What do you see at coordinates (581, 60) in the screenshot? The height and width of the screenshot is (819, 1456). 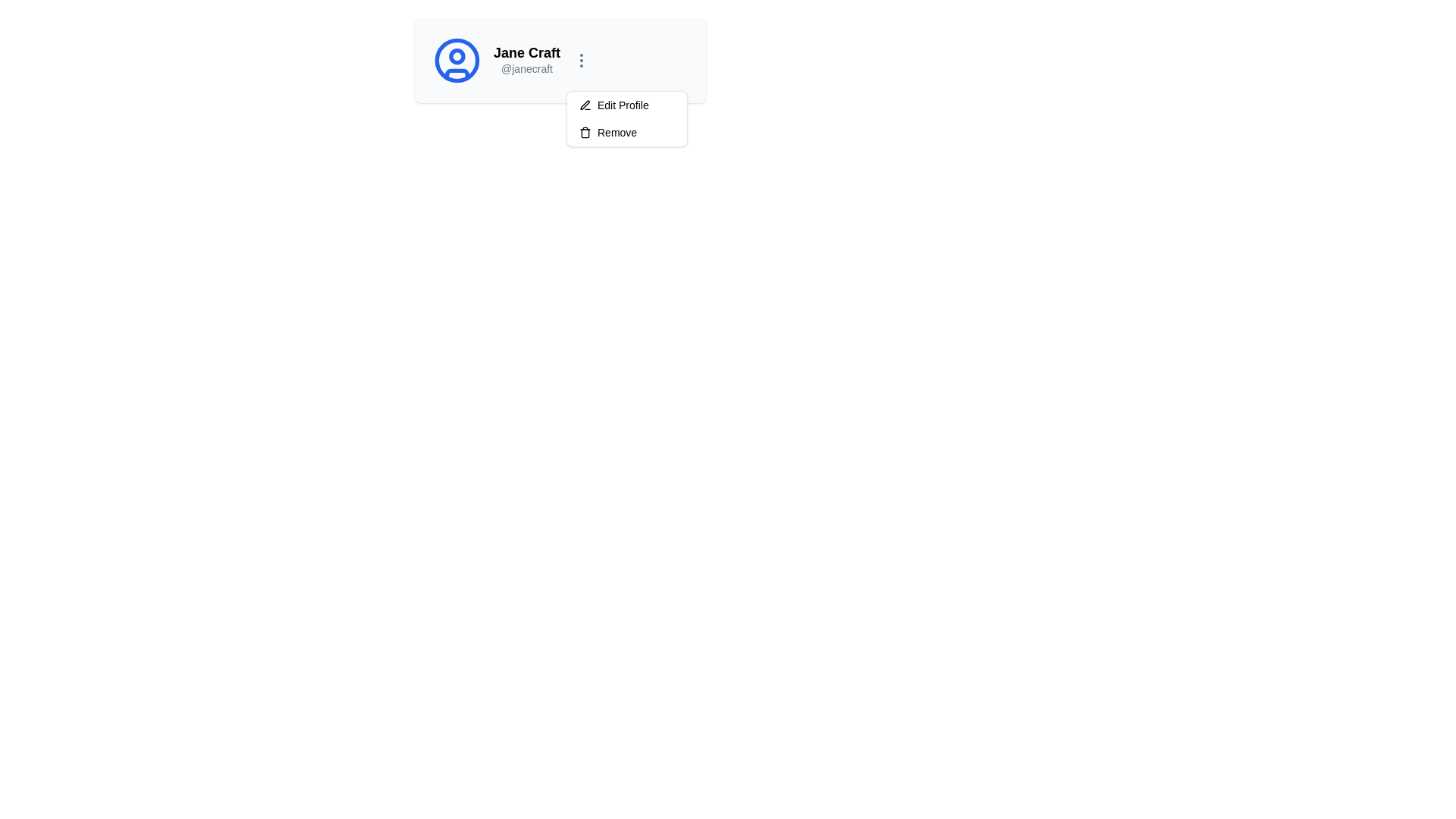 I see `the Menu Trigger Icon located at the far right side of the profile header section` at bounding box center [581, 60].